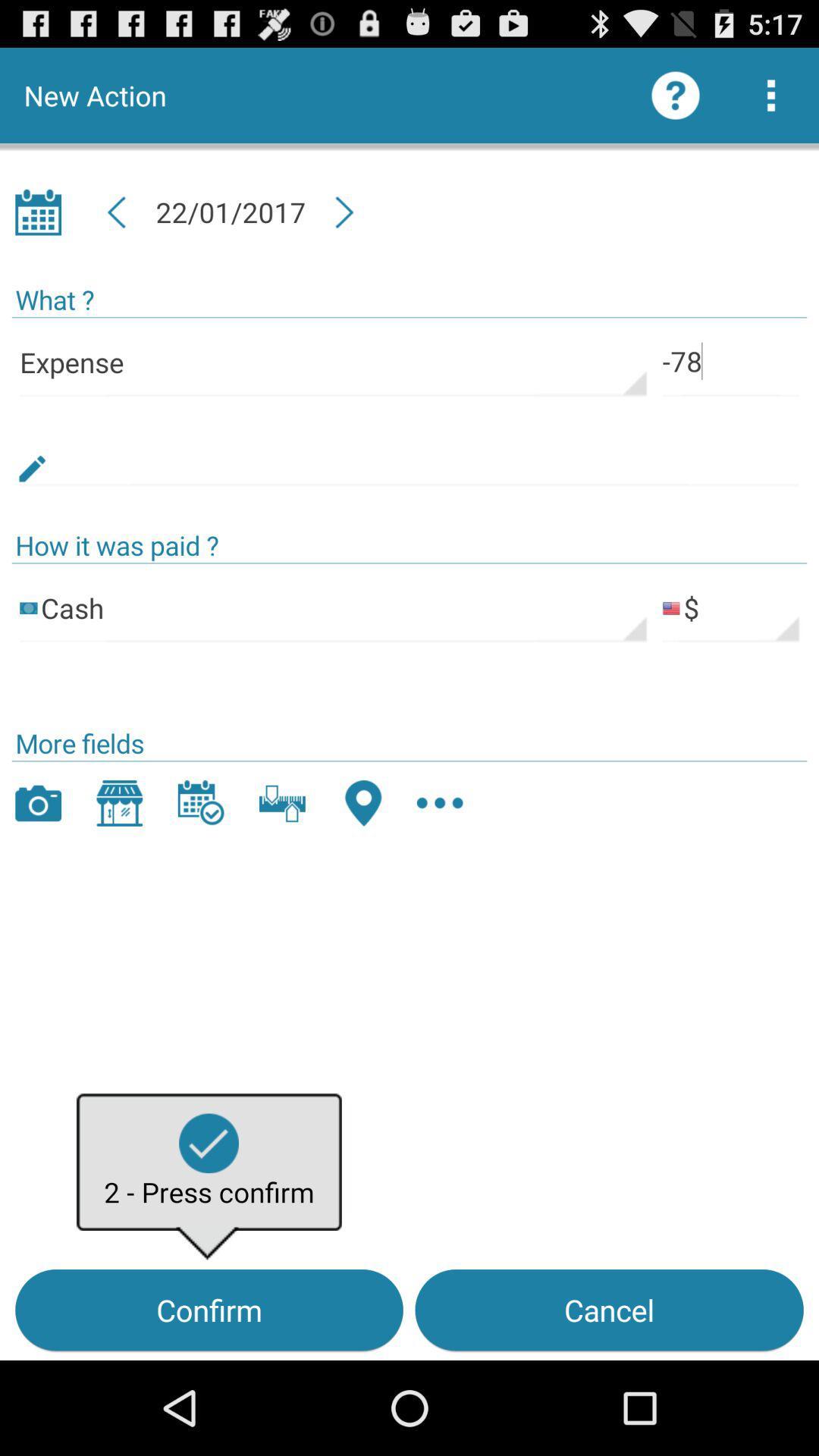 This screenshot has width=819, height=1456. Describe the element at coordinates (409, 450) in the screenshot. I see `write text` at that location.